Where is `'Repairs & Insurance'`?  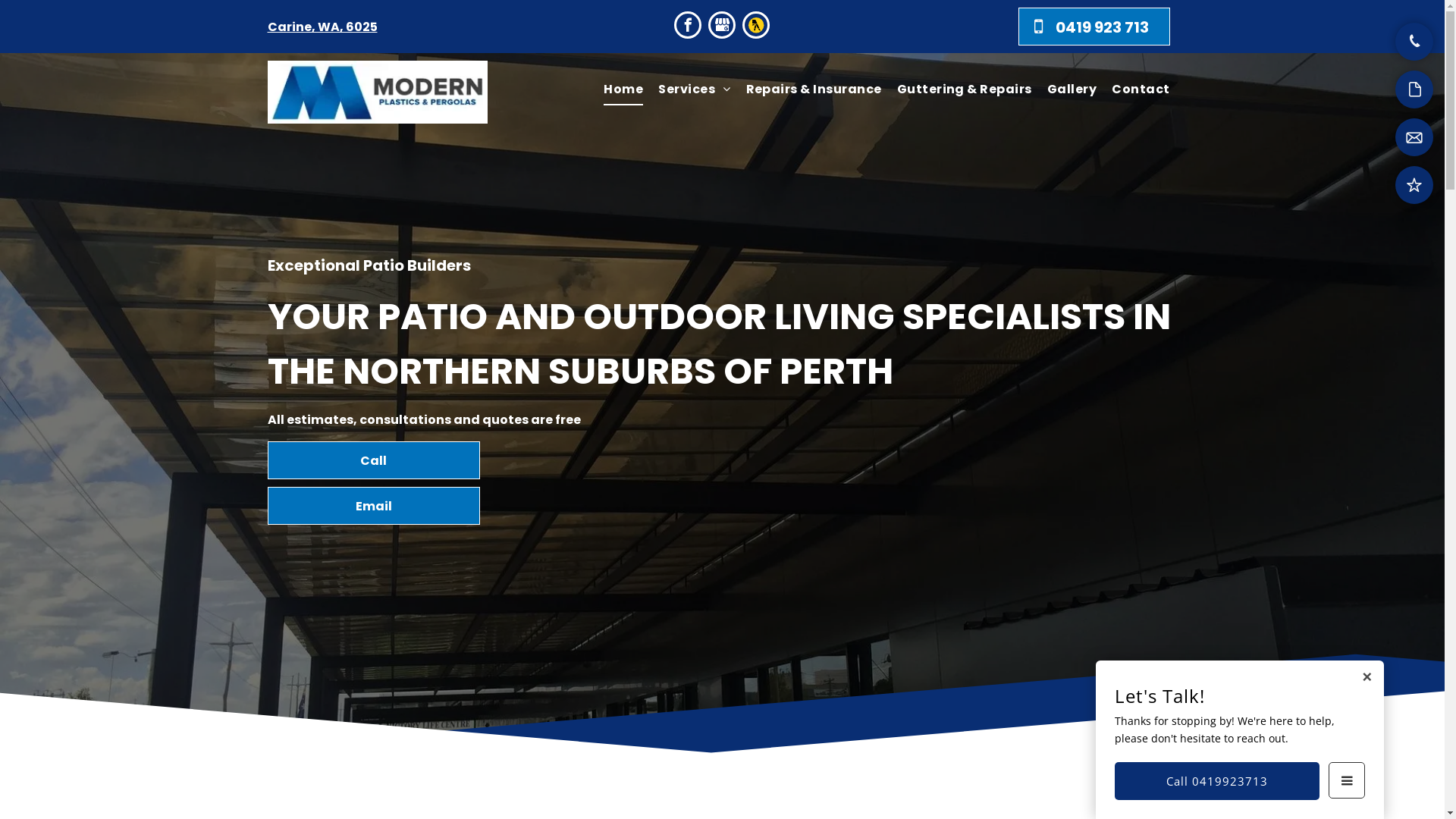
'Repairs & Insurance' is located at coordinates (739, 89).